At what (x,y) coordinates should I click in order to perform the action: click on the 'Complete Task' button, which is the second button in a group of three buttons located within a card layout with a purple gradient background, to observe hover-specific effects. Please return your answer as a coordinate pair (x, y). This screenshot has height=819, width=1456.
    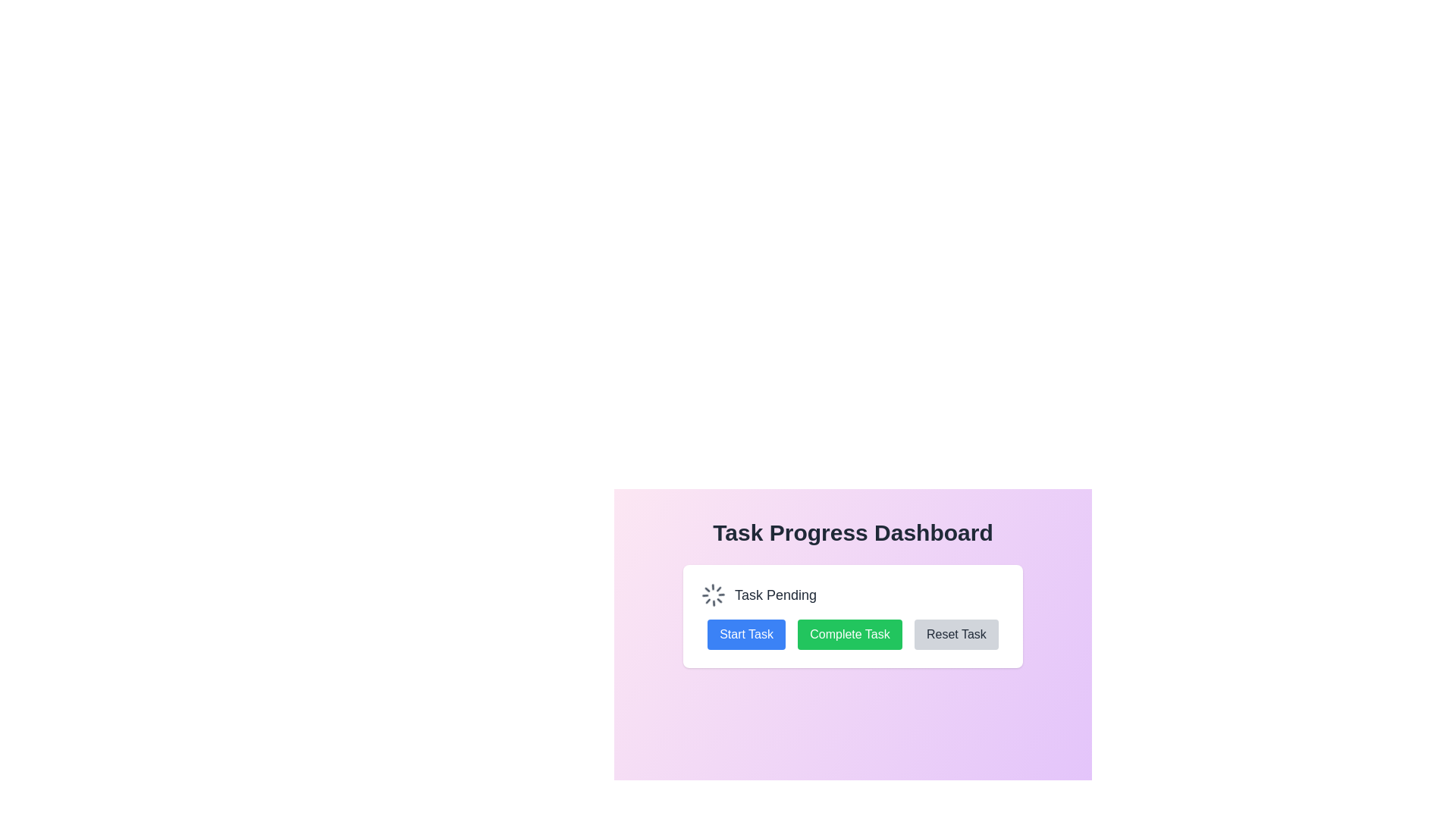
    Looking at the image, I should click on (852, 626).